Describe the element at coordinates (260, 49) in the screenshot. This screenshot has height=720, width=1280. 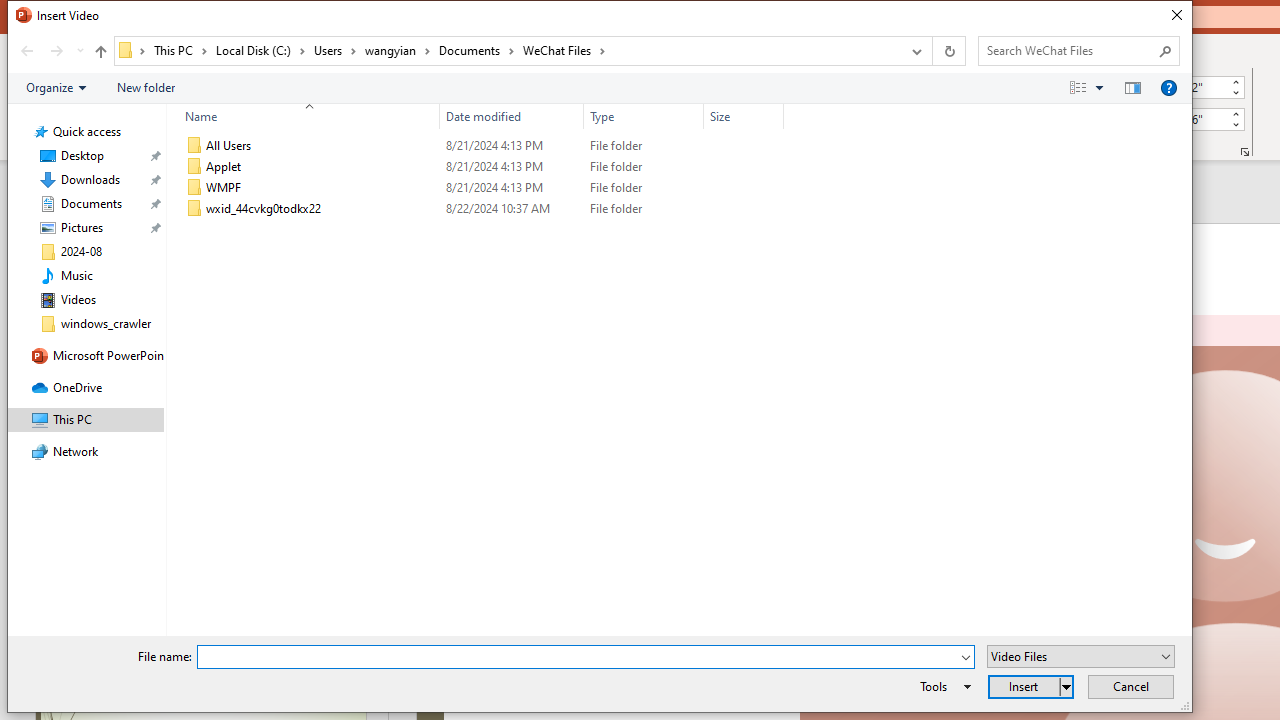
I see `'Local Disk (C:)'` at that location.